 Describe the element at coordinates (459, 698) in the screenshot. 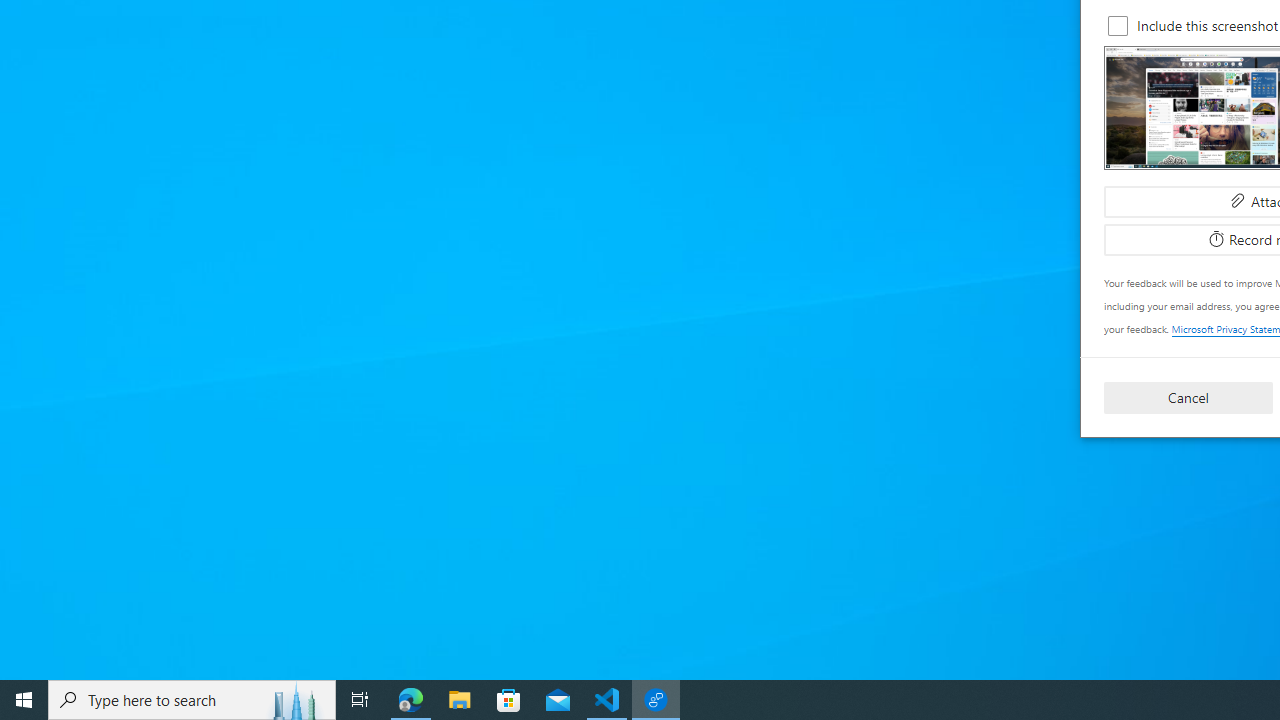

I see `'File Explorer'` at that location.